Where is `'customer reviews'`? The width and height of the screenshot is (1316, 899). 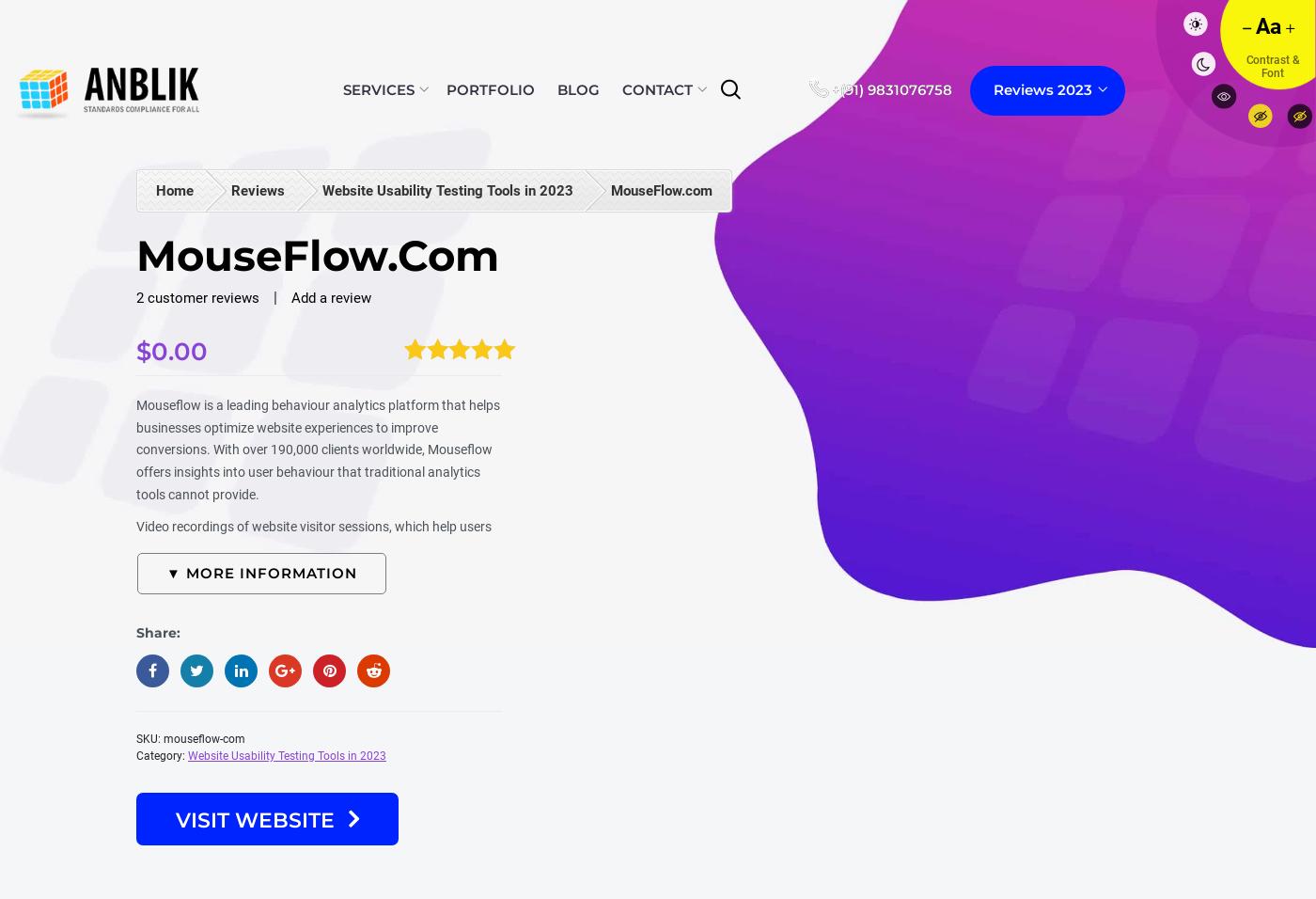
'customer reviews' is located at coordinates (201, 297).